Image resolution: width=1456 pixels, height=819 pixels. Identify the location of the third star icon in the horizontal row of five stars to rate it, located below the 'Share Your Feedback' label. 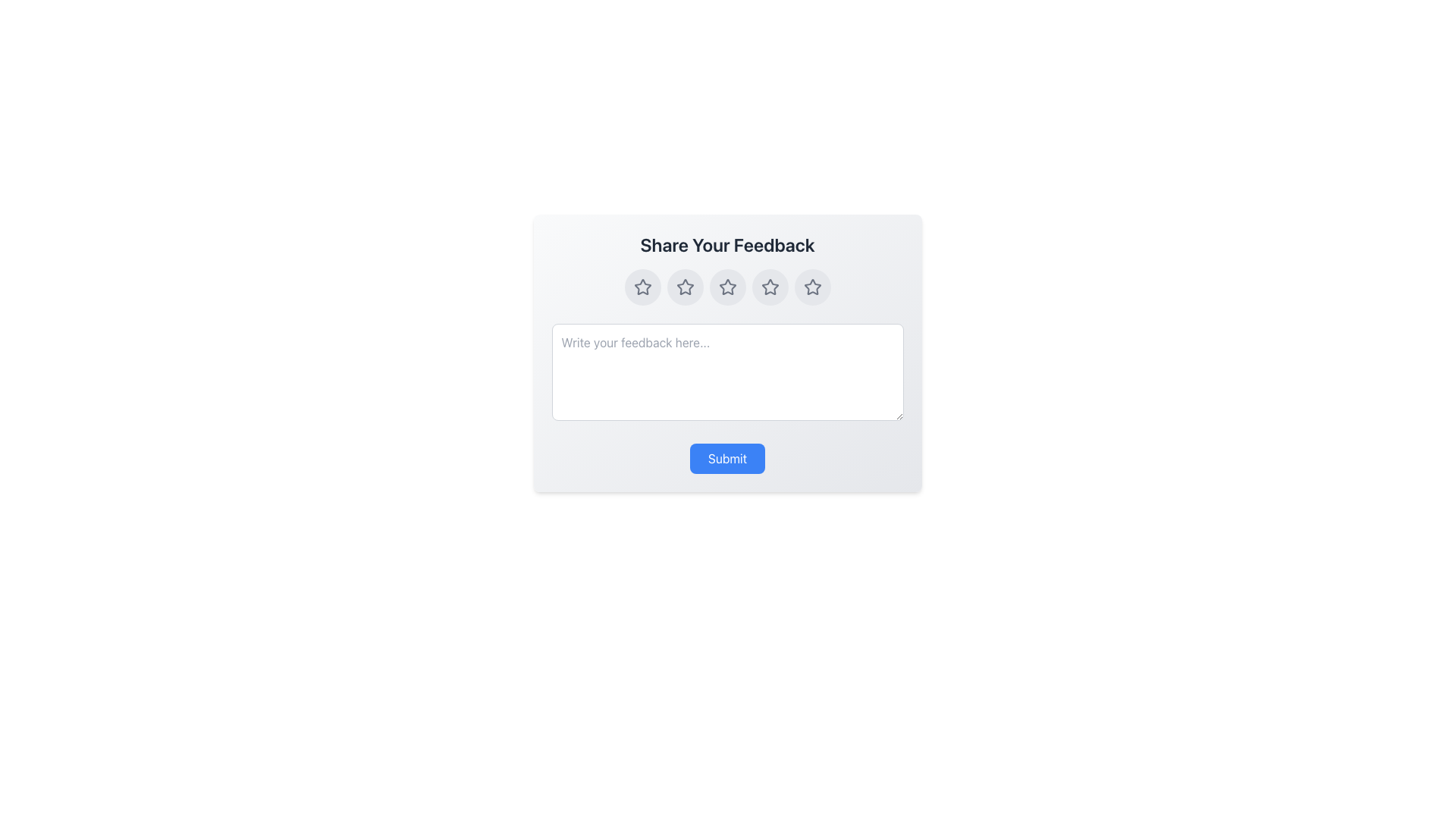
(726, 287).